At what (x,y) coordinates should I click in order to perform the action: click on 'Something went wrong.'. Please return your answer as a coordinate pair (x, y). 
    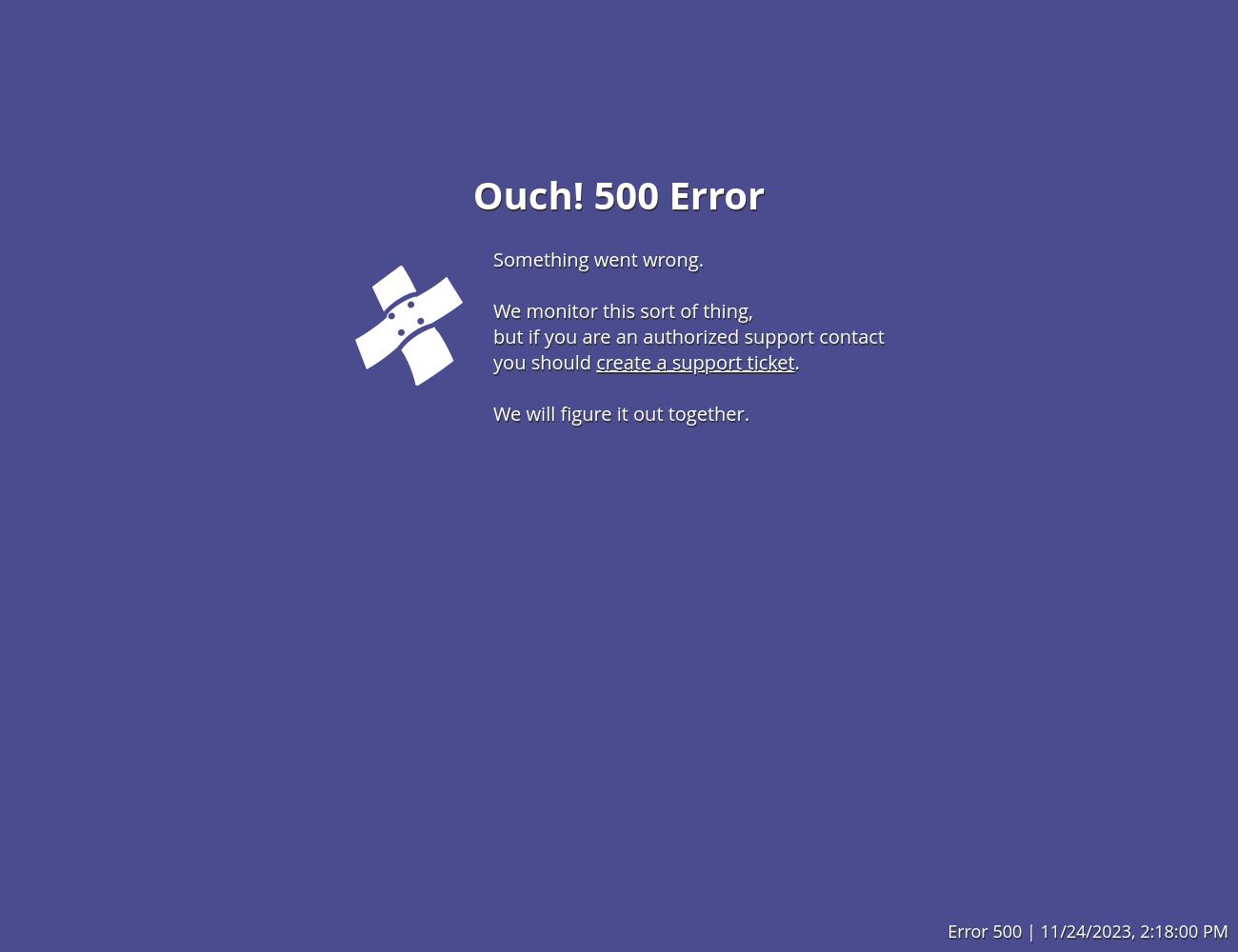
    Looking at the image, I should click on (598, 258).